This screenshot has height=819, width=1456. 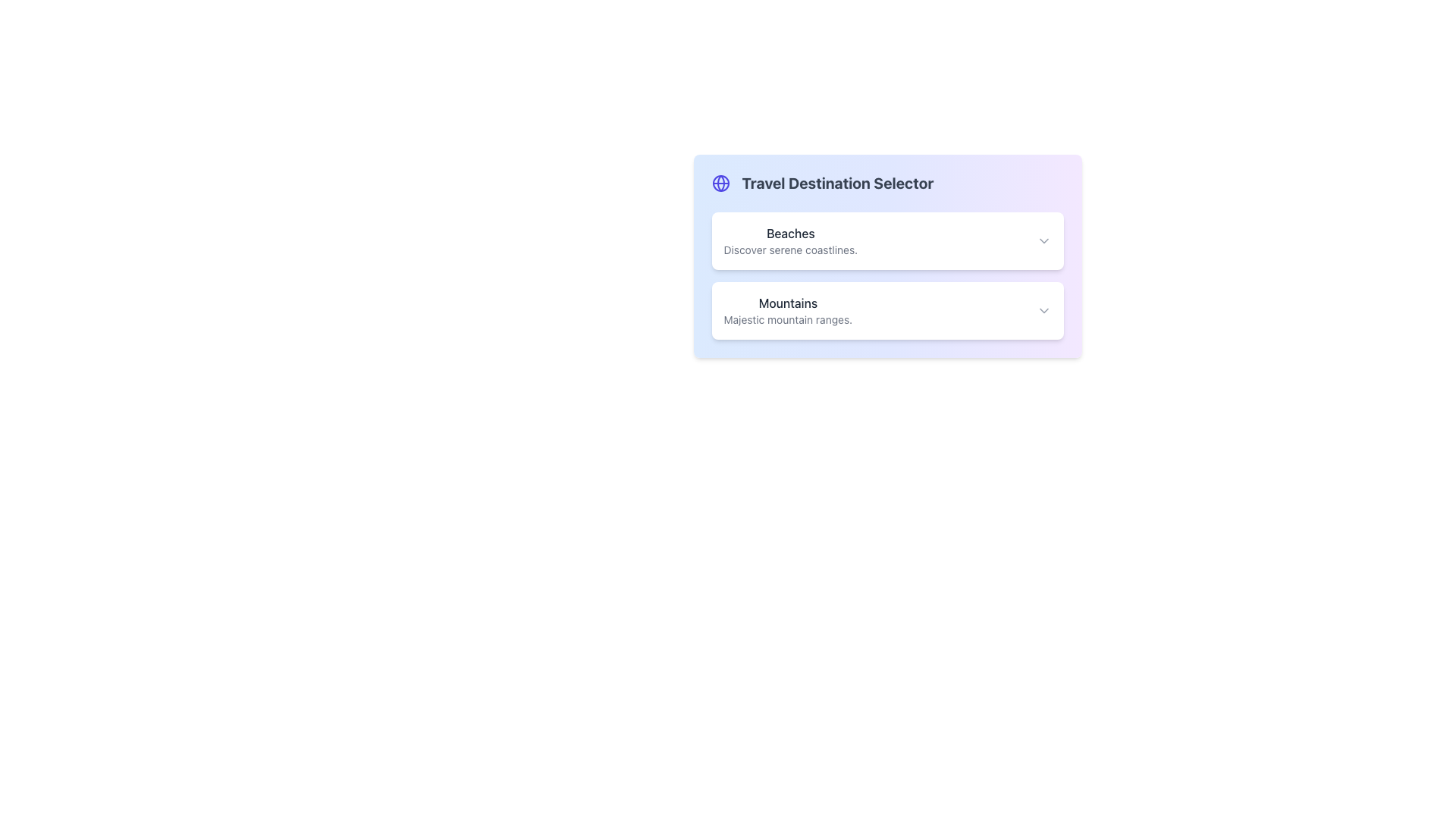 What do you see at coordinates (1043, 240) in the screenshot?
I see `the chevron icon on the right side of the 'Beaches' list item` at bounding box center [1043, 240].